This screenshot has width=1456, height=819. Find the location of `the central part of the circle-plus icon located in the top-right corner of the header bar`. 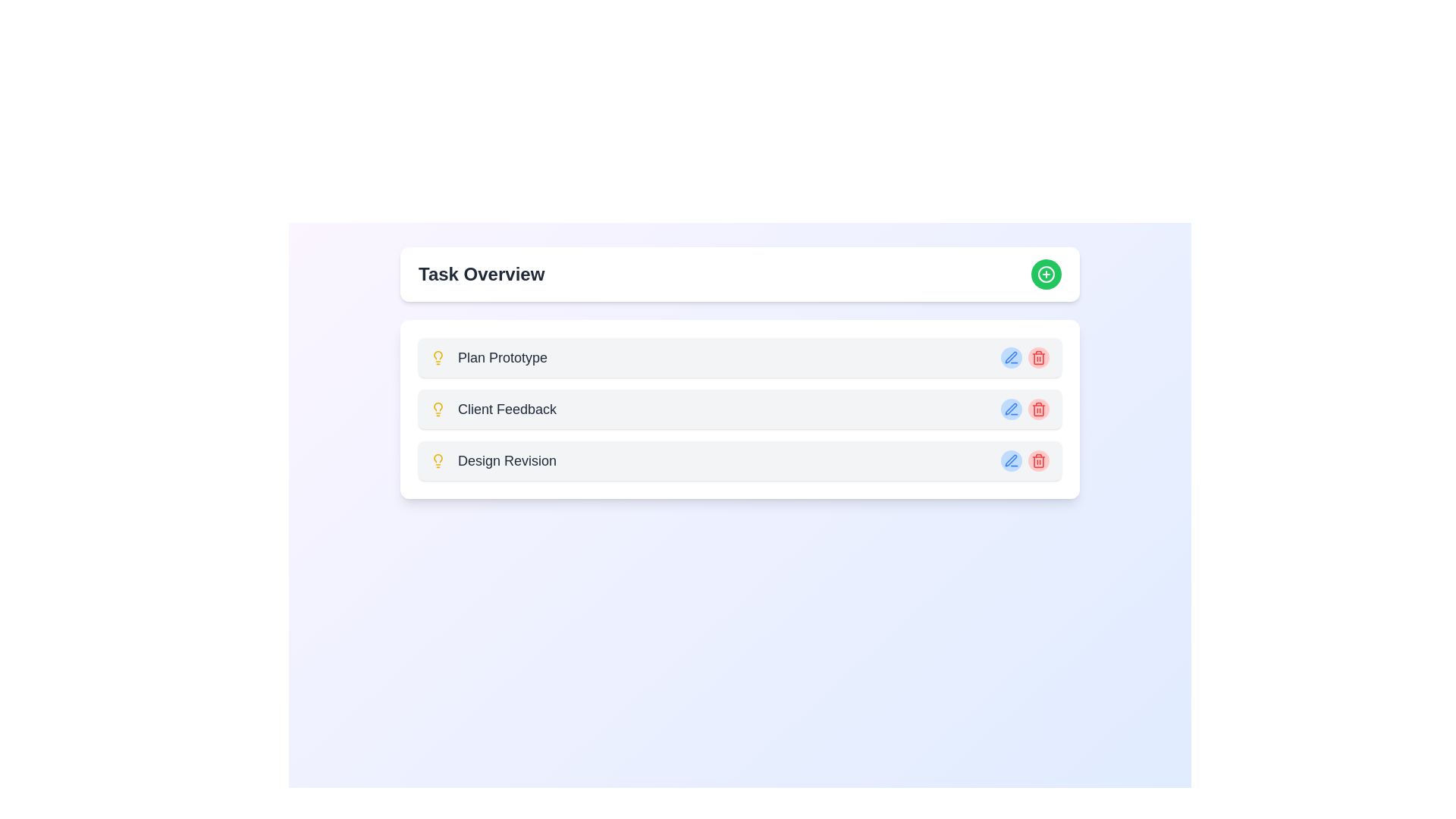

the central part of the circle-plus icon located in the top-right corner of the header bar is located at coordinates (1046, 275).